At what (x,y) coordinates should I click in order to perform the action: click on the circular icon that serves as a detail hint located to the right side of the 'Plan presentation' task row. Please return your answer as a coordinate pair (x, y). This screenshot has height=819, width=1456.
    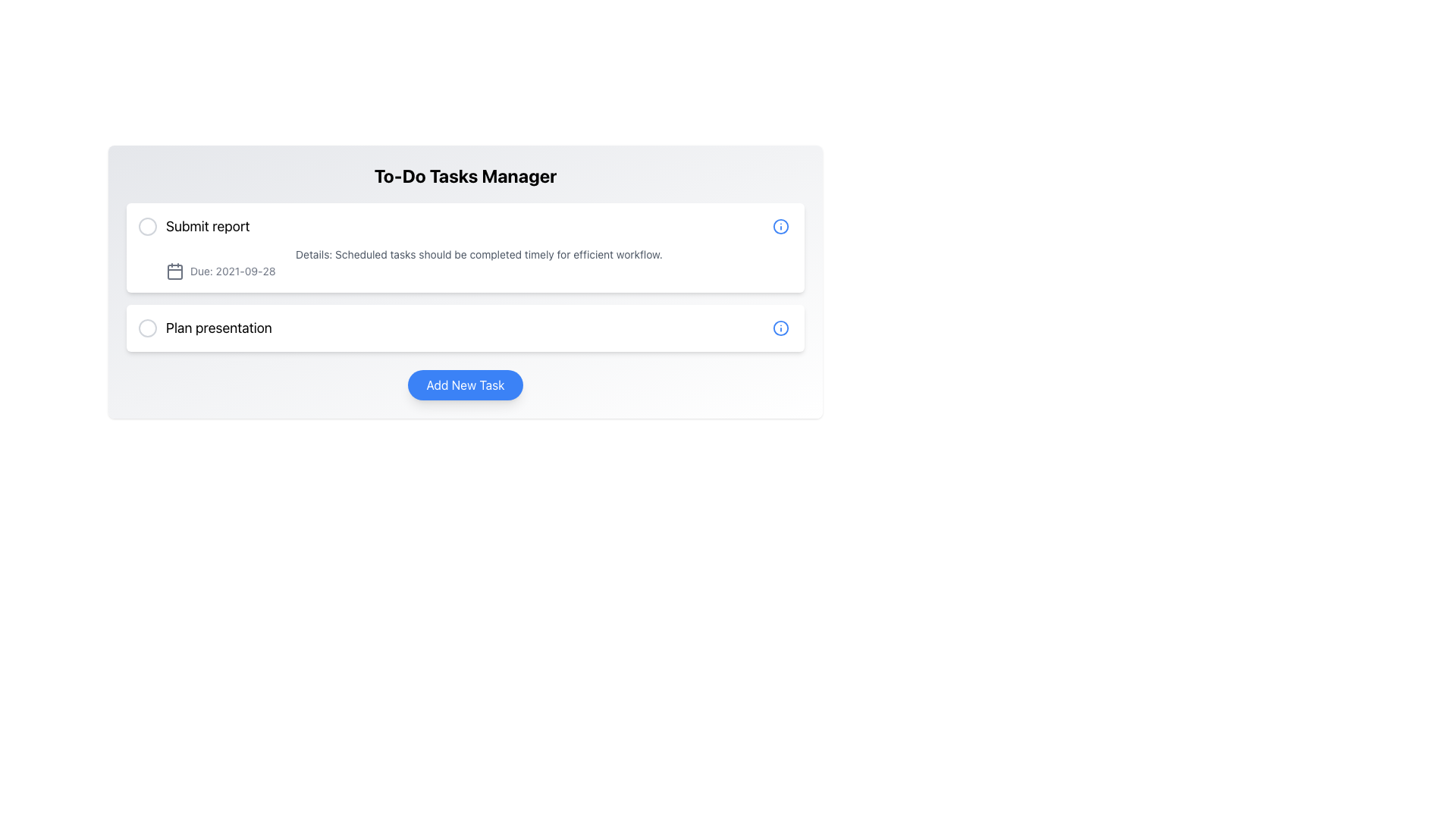
    Looking at the image, I should click on (781, 327).